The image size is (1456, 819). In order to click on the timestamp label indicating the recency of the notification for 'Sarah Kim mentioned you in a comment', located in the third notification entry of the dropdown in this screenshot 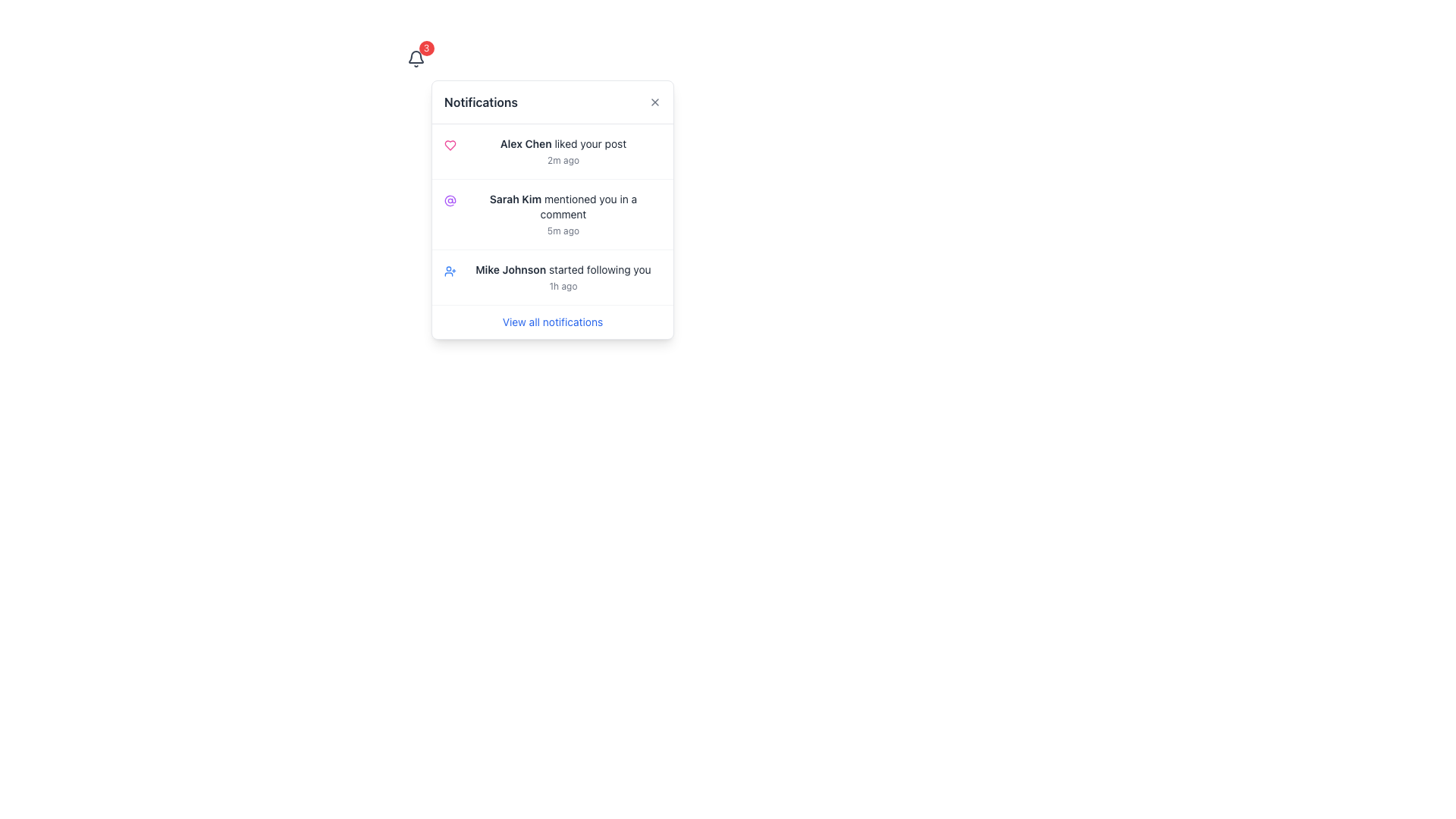, I will do `click(563, 231)`.